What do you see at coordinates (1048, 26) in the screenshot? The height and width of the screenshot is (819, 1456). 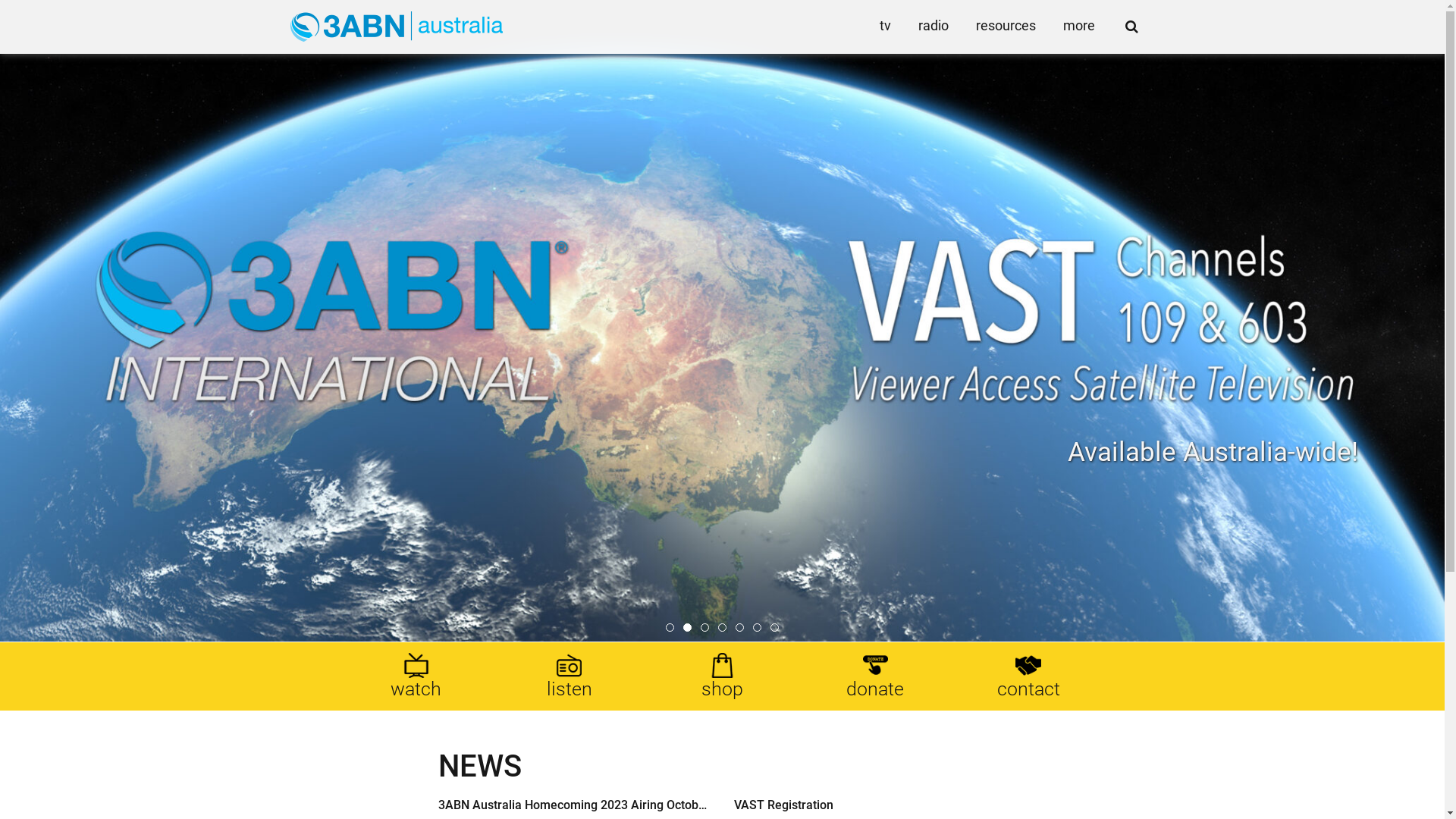 I see `'more'` at bounding box center [1048, 26].